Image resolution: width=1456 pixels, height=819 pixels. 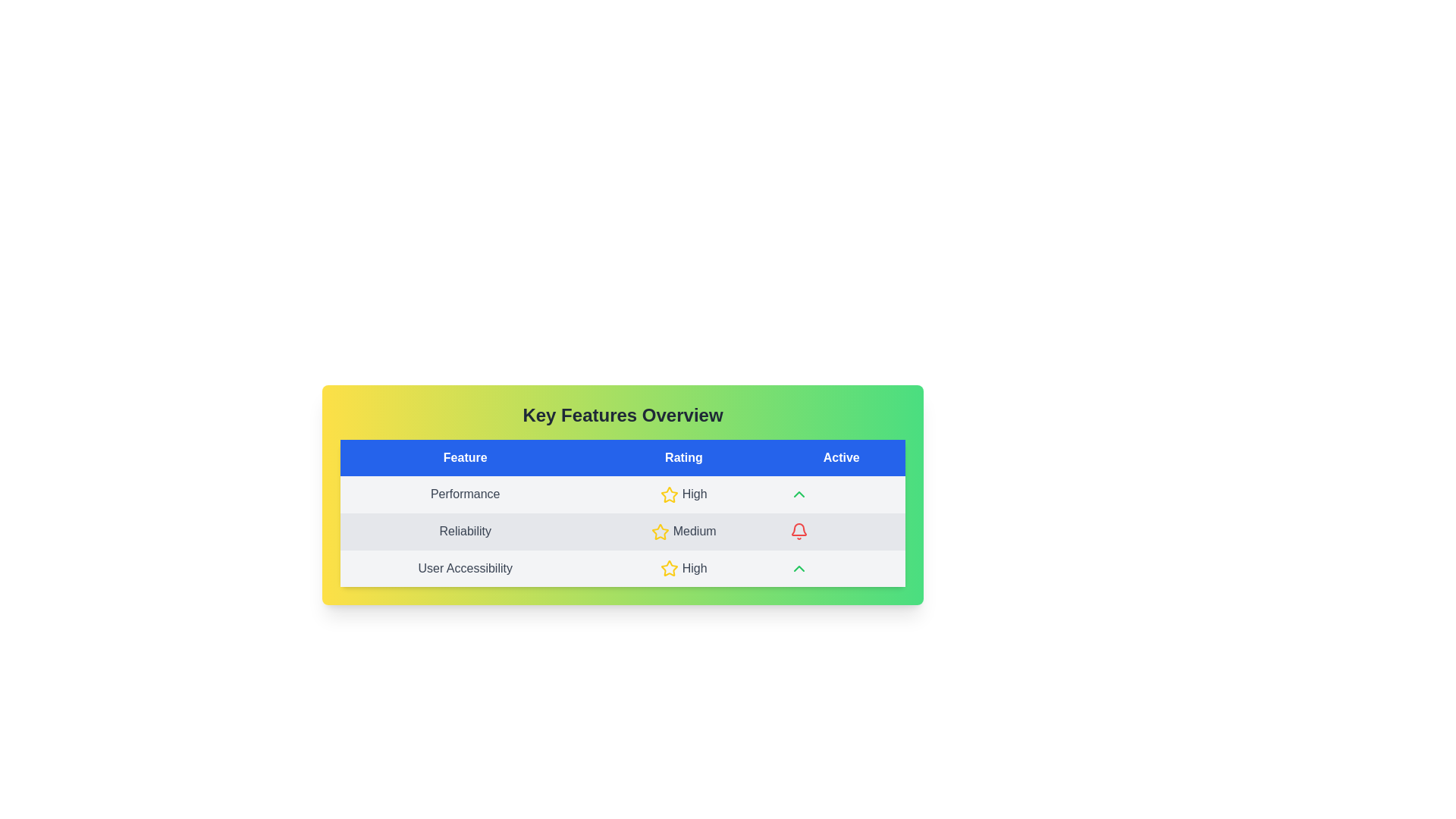 I want to click on the 'Feature' header label in the table, which is the first column header located at the leftmost segment among its siblings 'Rating' and 'Active', so click(x=464, y=457).